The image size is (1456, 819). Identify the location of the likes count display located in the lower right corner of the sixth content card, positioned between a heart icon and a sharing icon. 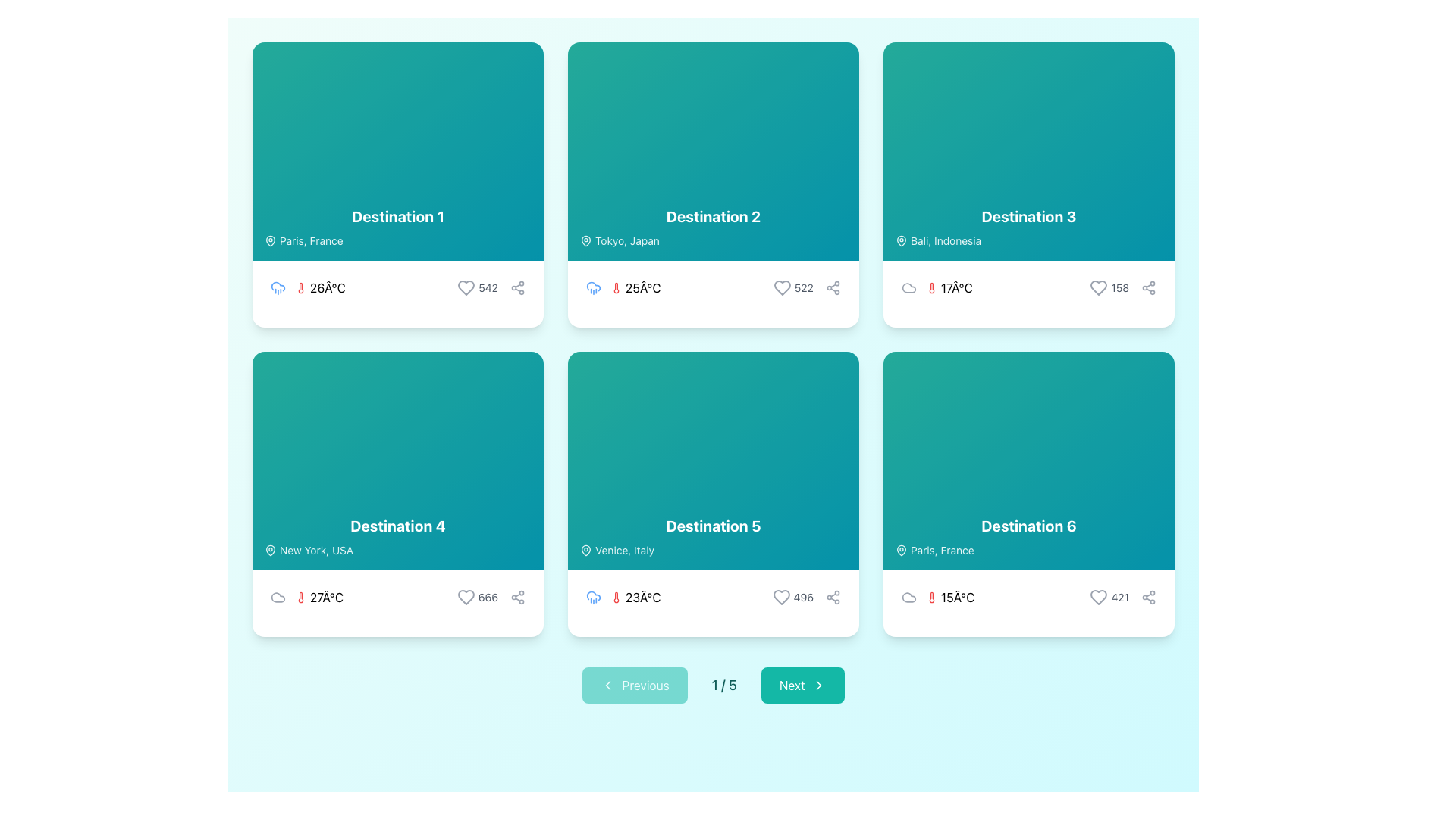
(1123, 596).